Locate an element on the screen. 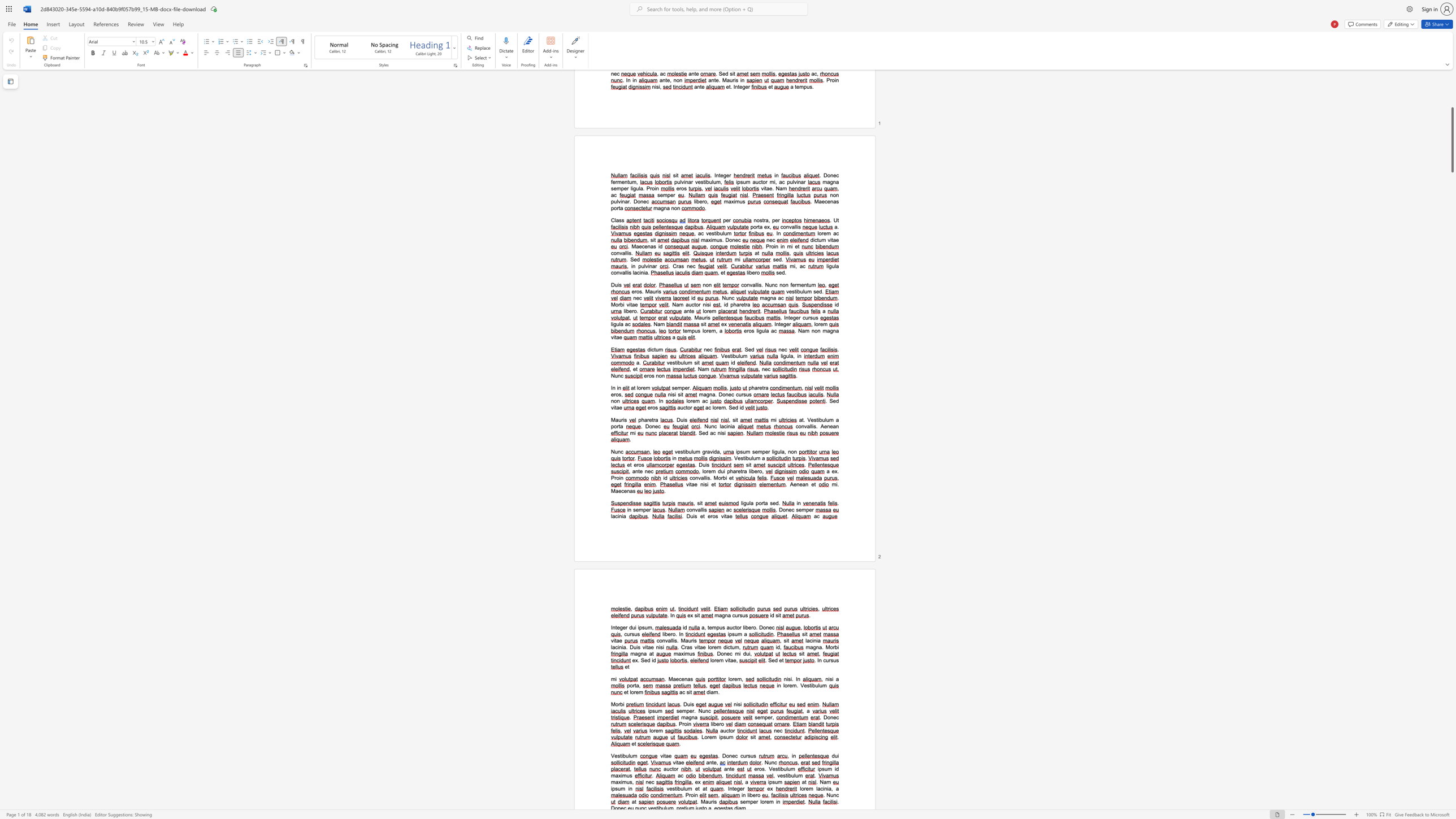  the 1th character "i" in the text is located at coordinates (742, 794).